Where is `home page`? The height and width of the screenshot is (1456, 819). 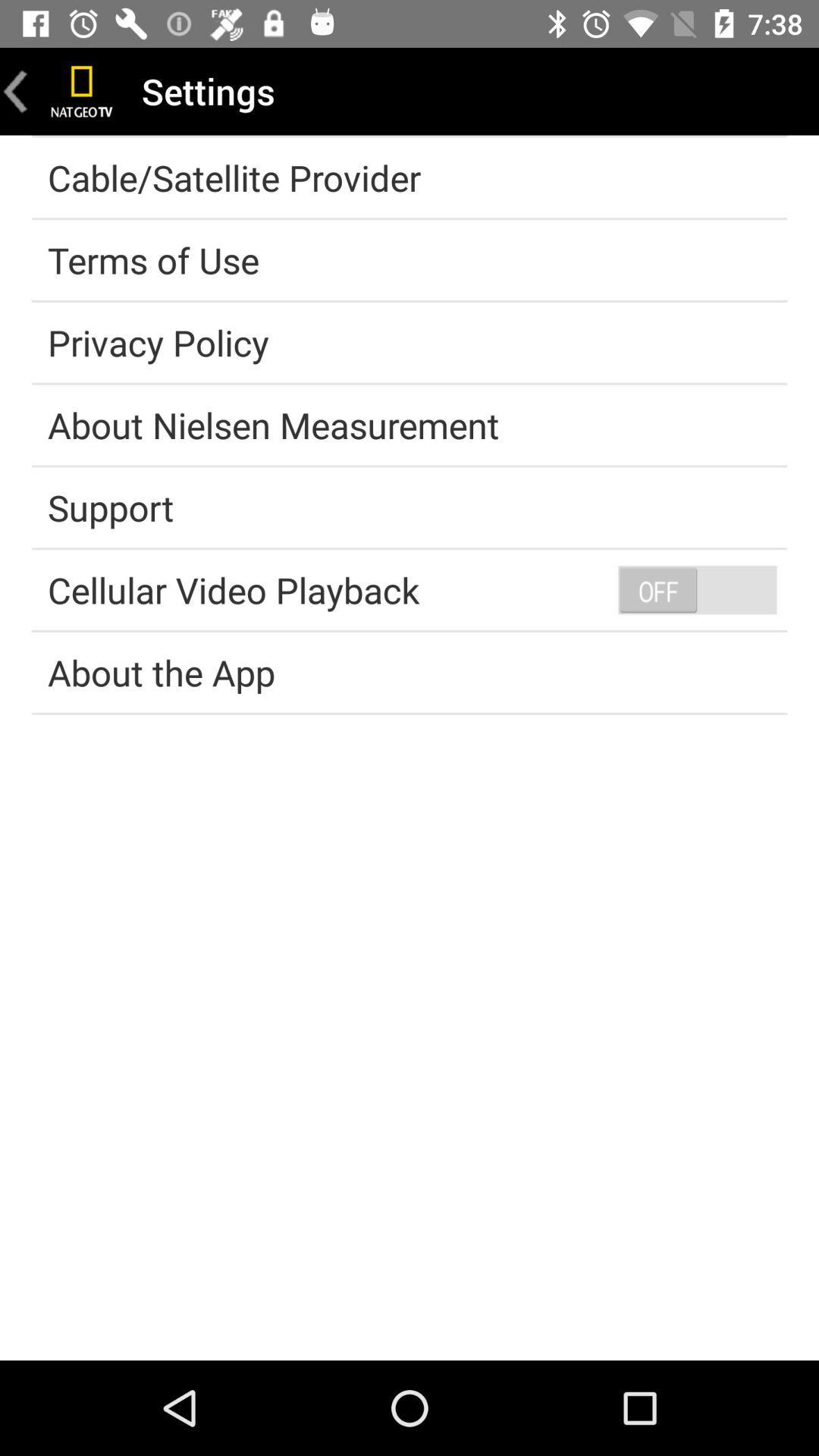
home page is located at coordinates (82, 90).